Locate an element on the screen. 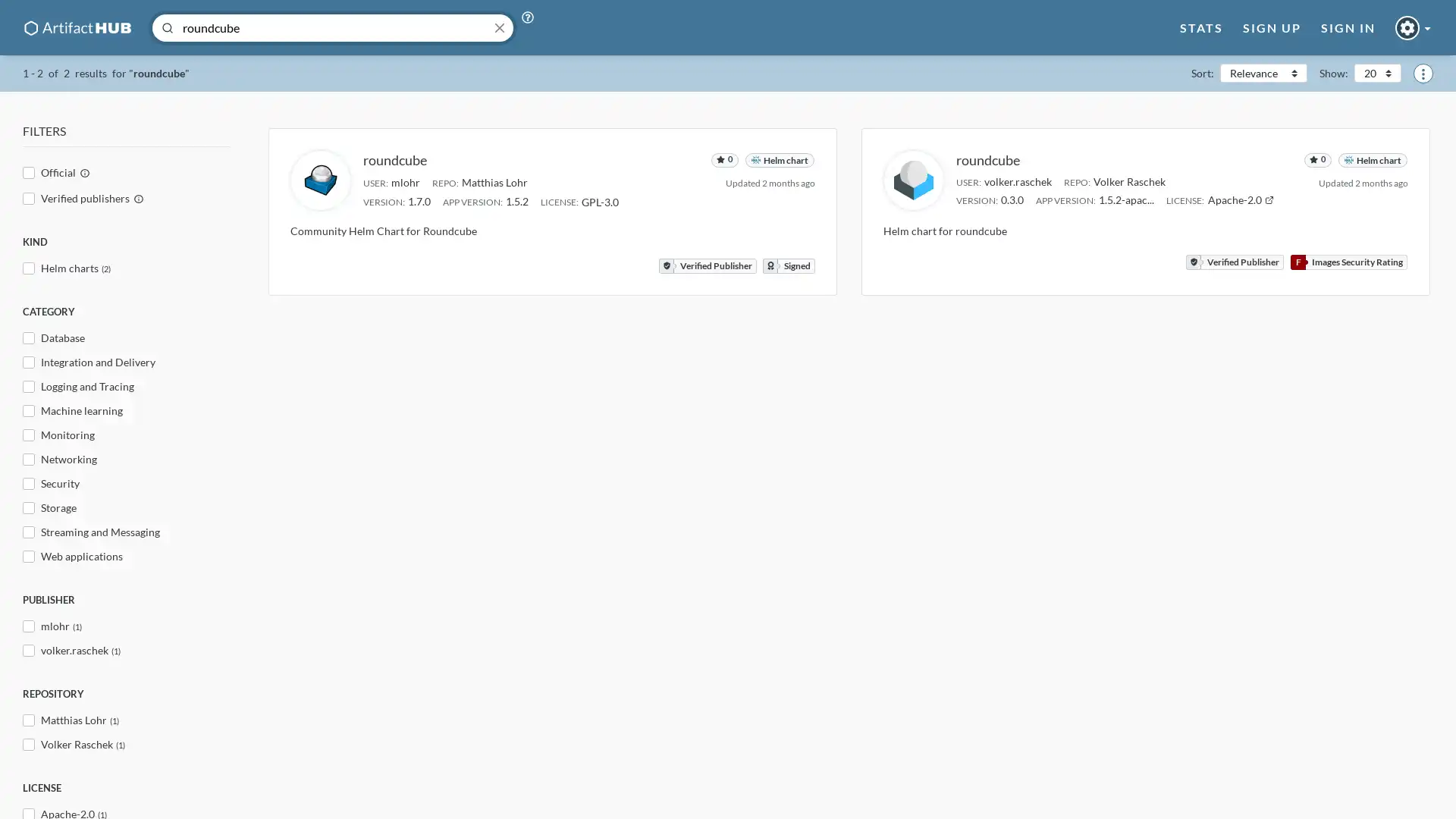 The height and width of the screenshot is (819, 1456). Filter by repo Volker Raschek is located at coordinates (1129, 180).